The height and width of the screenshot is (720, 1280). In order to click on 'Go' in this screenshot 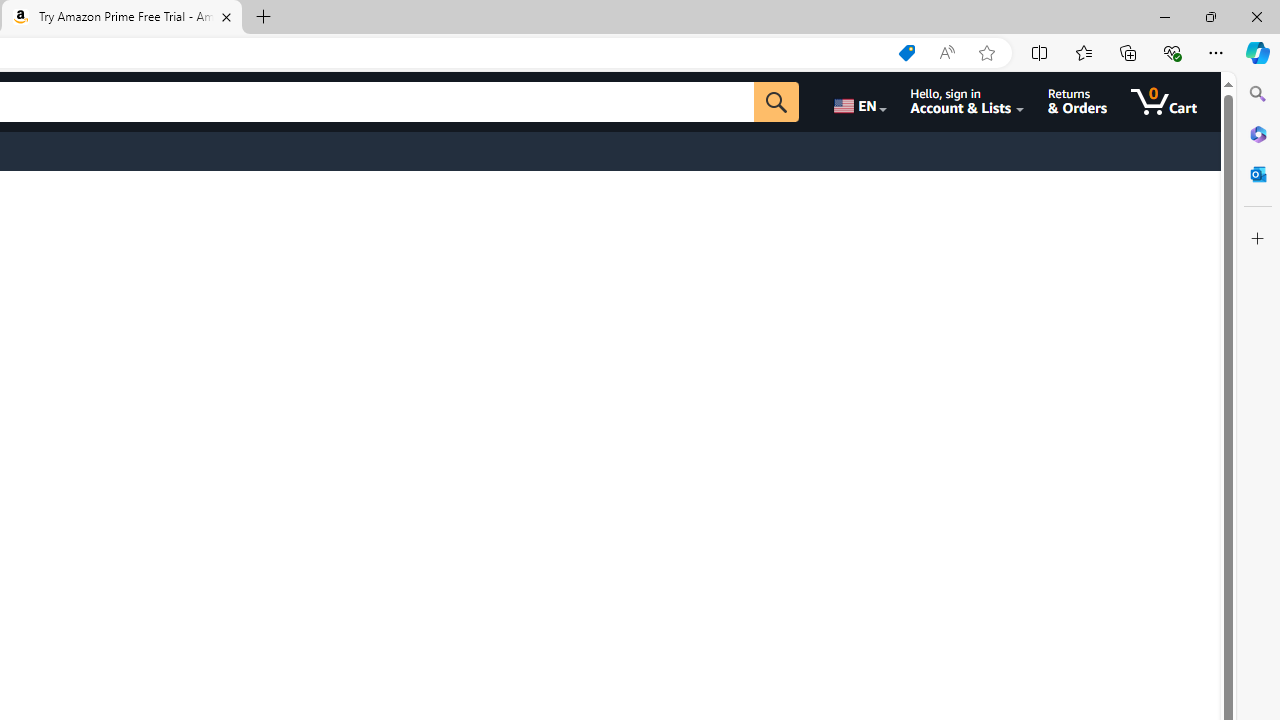, I will do `click(775, 101)`.